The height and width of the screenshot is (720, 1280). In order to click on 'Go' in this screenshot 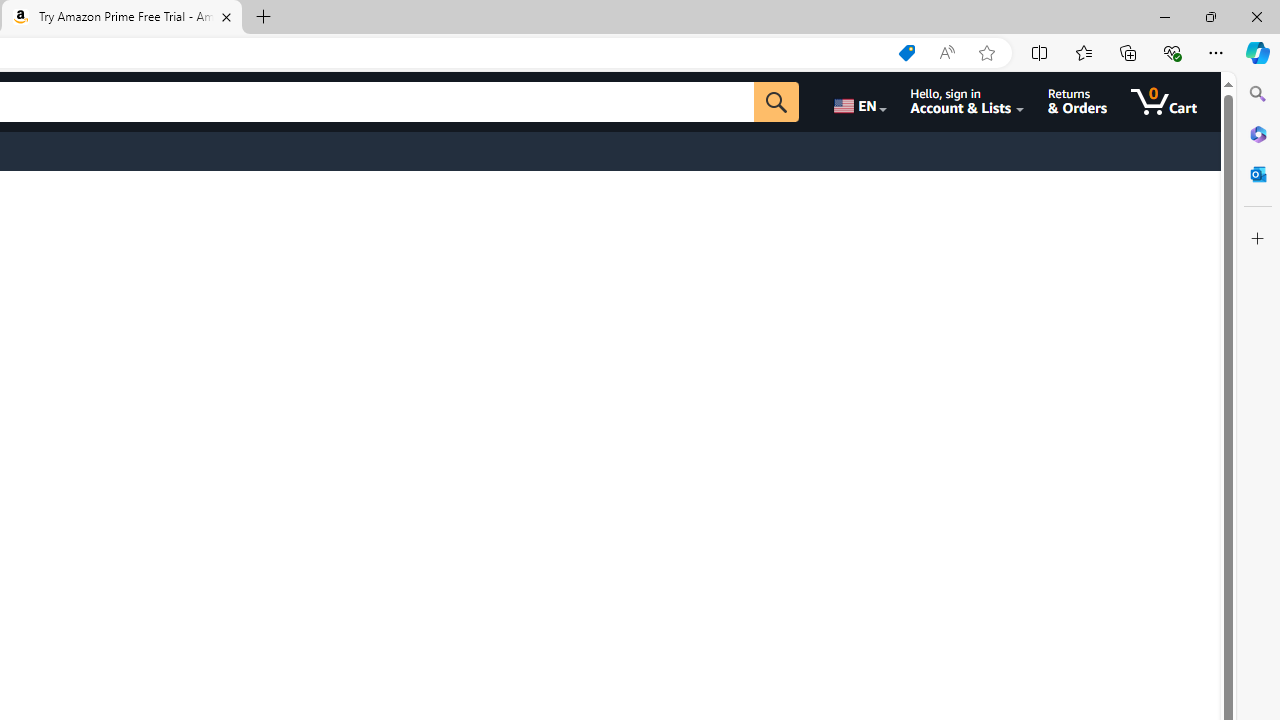, I will do `click(775, 101)`.